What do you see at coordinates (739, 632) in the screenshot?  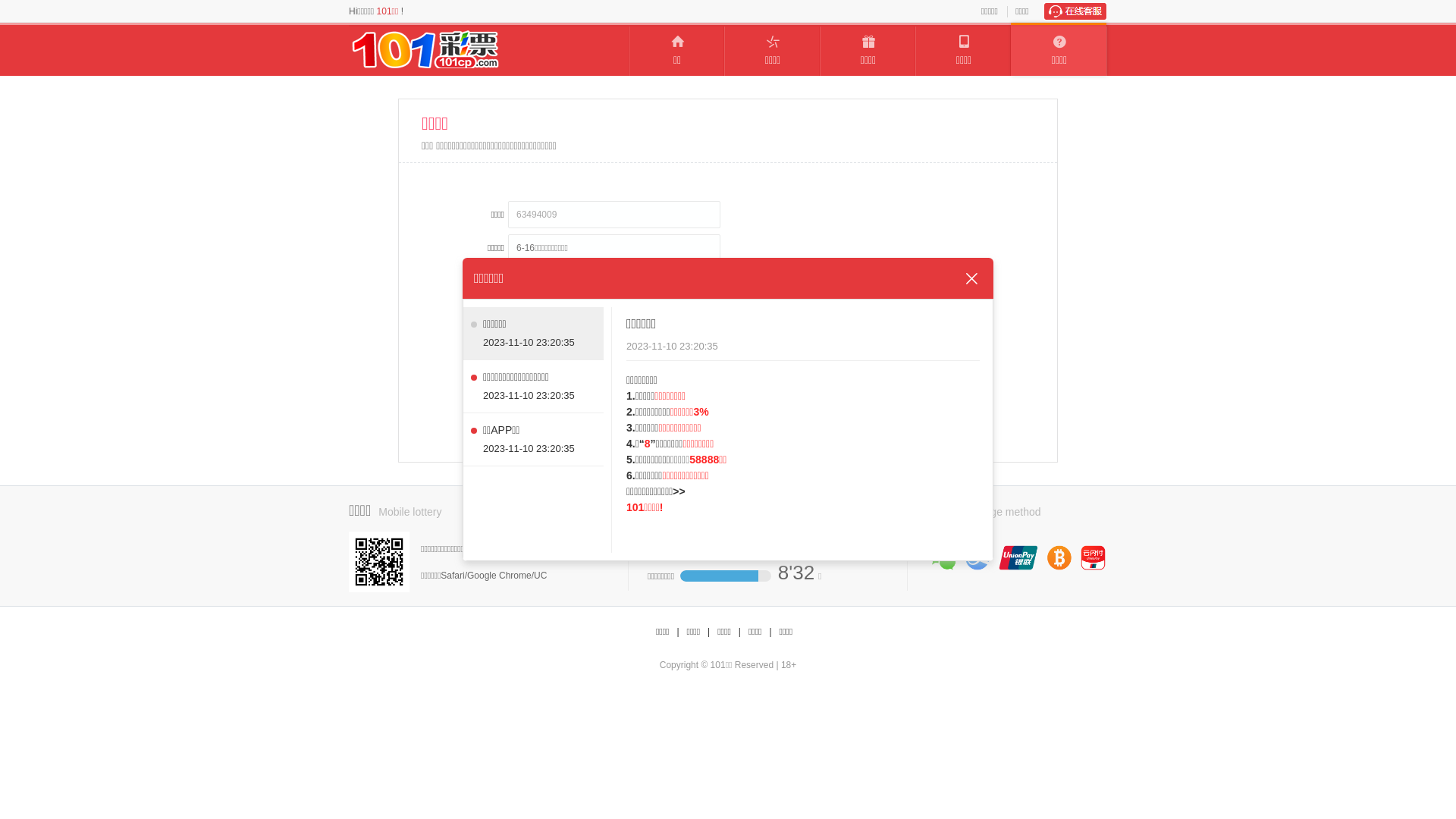 I see `'|'` at bounding box center [739, 632].